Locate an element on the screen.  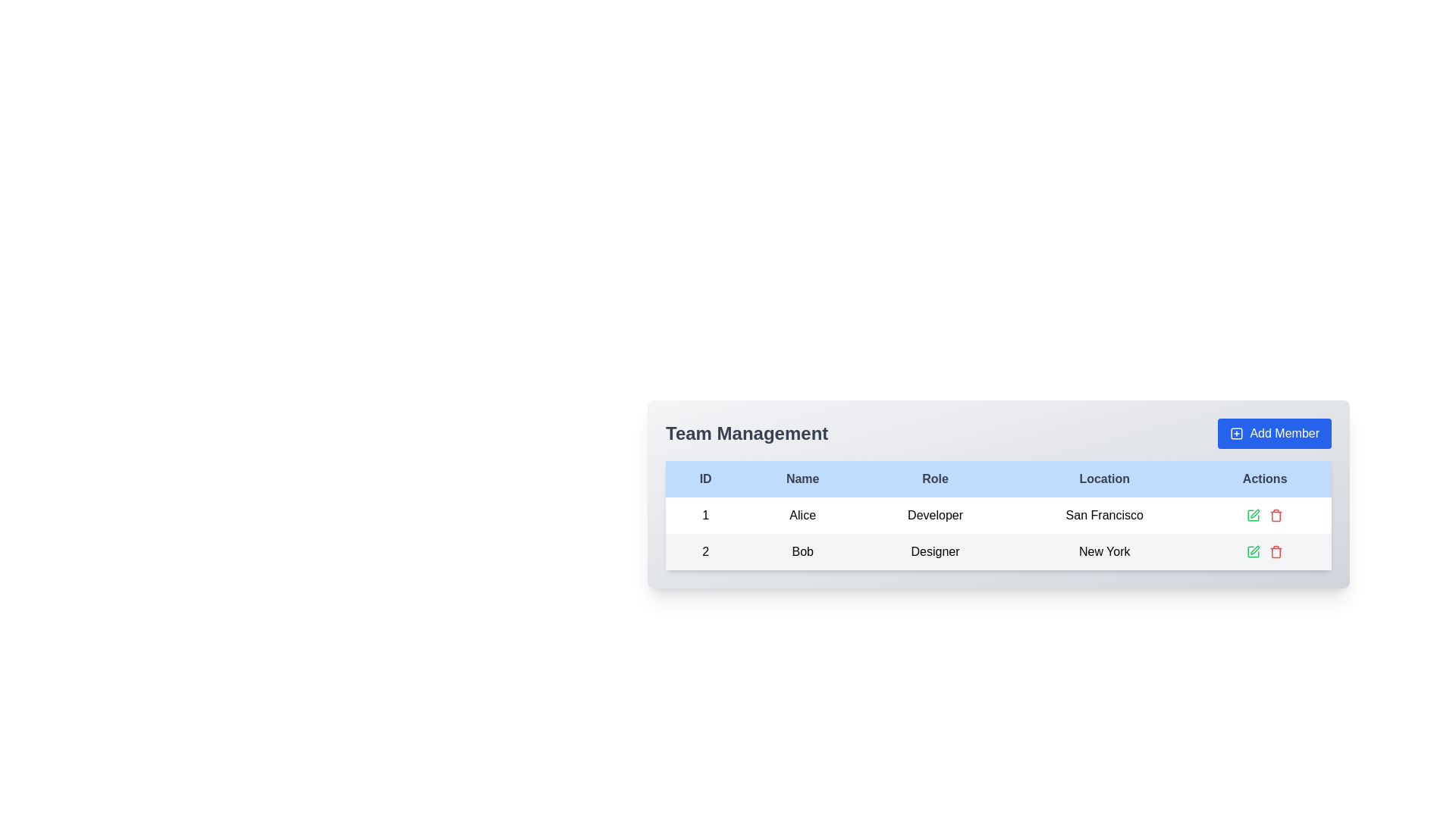
the 'Location' text element in the first row of the table corresponding to user 'Alice', which is positioned in the fourth column between the 'Role' and 'Actions' columns is located at coordinates (1104, 514).